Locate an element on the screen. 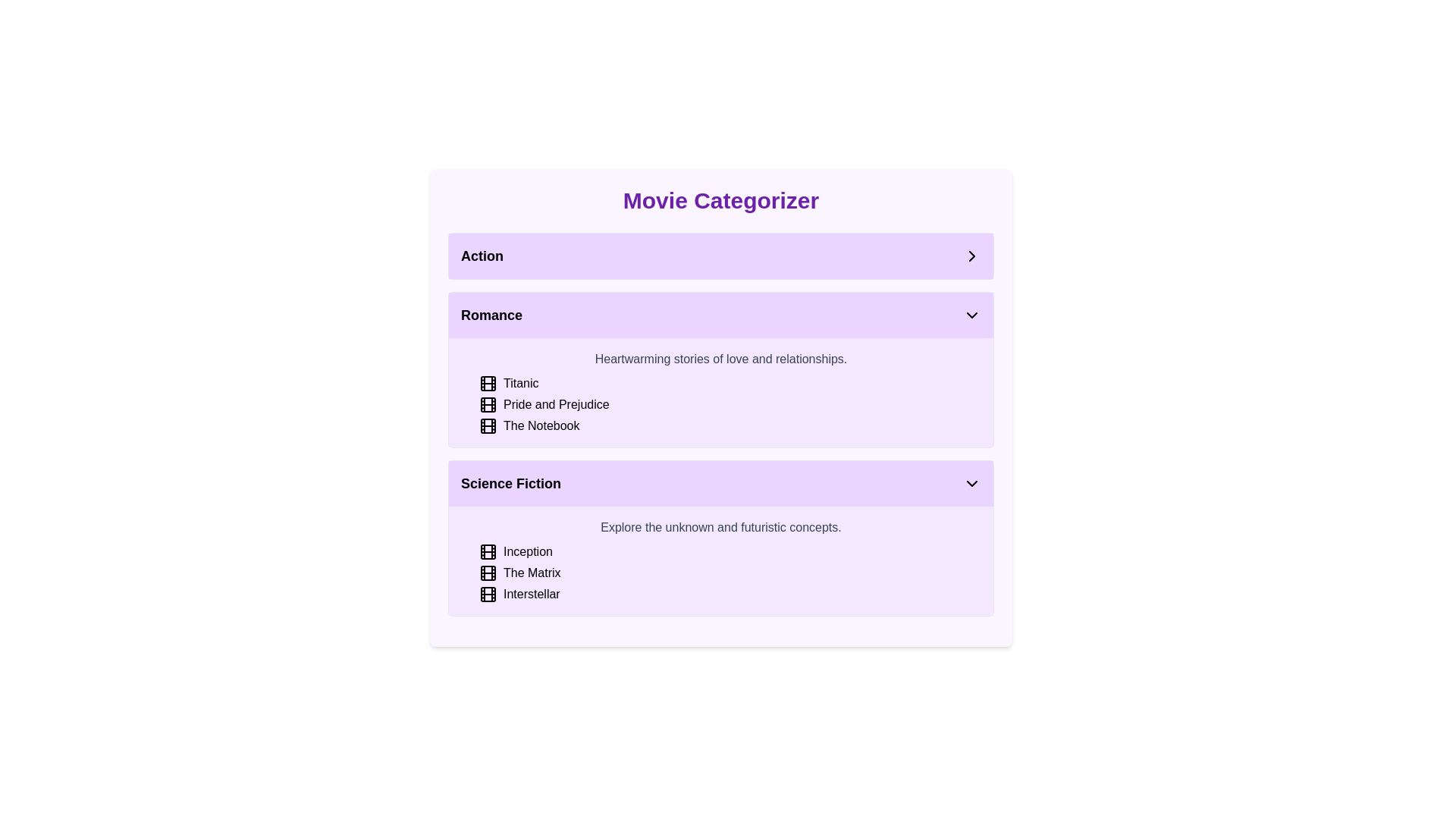 This screenshot has height=819, width=1456. the static text label summarizing the 'Romance' section, which is positioned above the list items 'Titanic,' 'Pride and Prejudice,' and 'The Notebook.' is located at coordinates (720, 359).